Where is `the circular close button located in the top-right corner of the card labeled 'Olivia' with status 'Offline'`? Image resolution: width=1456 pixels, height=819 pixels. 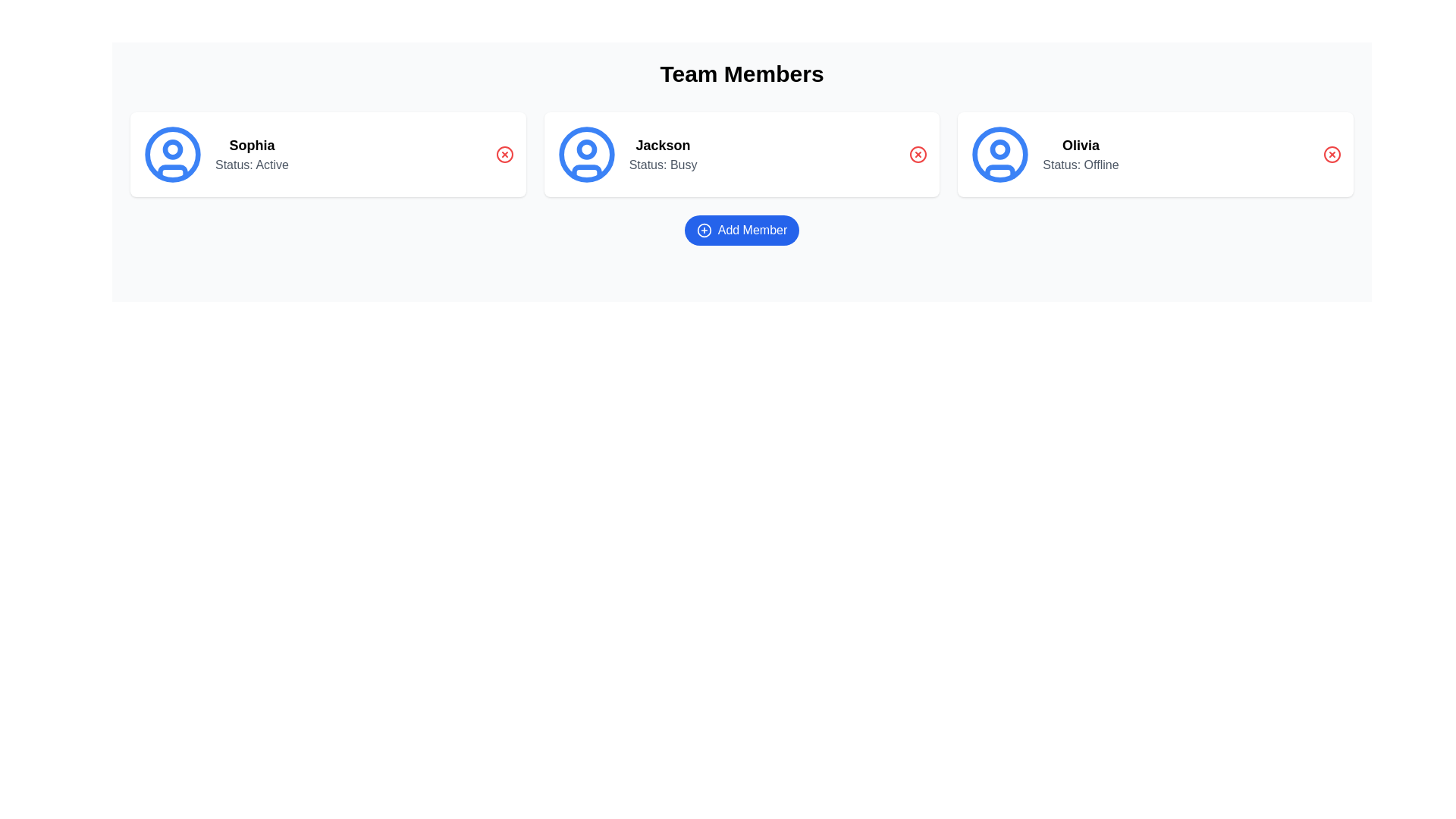
the circular close button located in the top-right corner of the card labeled 'Olivia' with status 'Offline' is located at coordinates (1331, 155).